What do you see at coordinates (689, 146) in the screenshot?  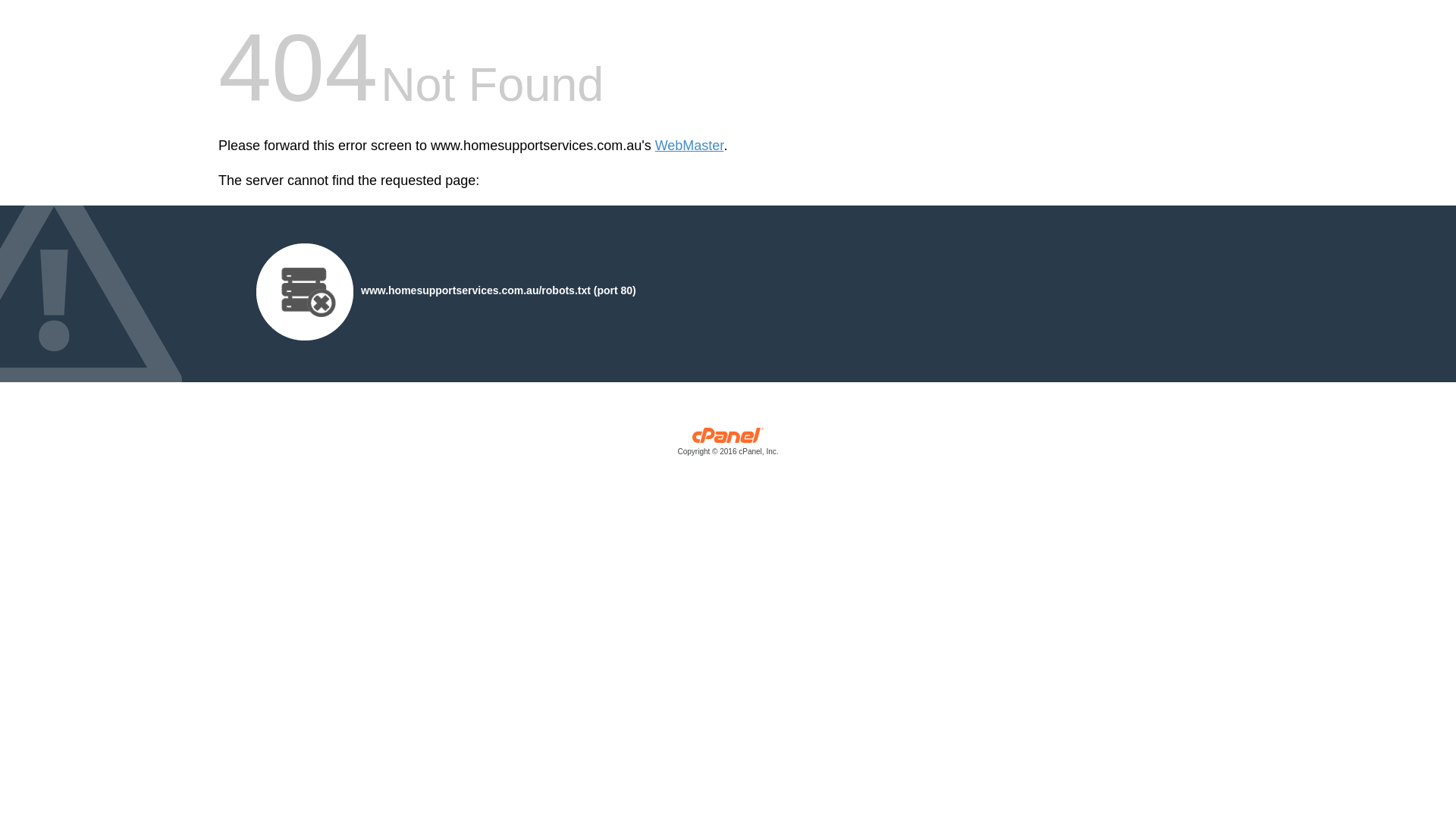 I see `'WebMaster'` at bounding box center [689, 146].